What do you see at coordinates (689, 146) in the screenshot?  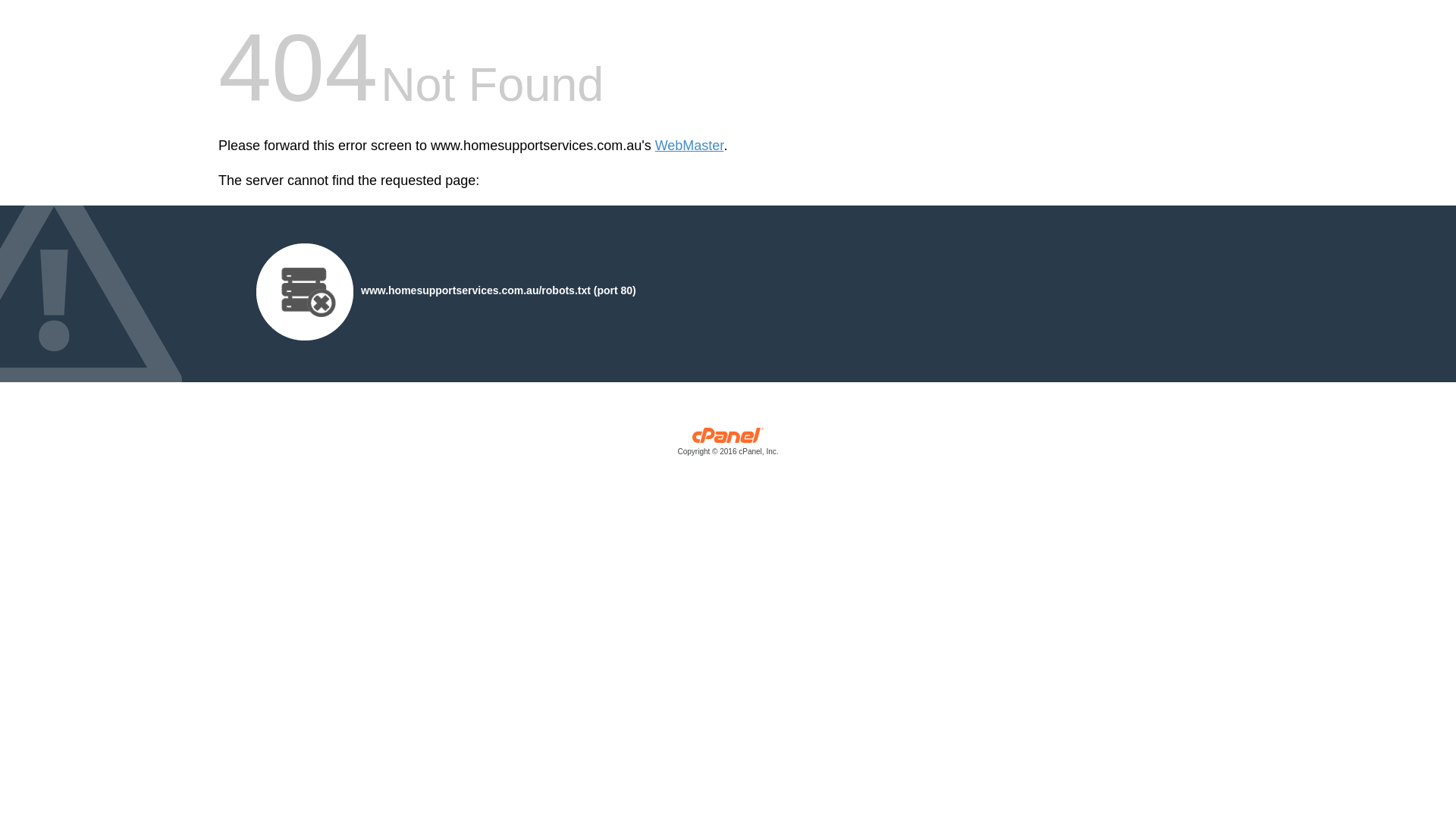 I see `'WebMaster'` at bounding box center [689, 146].